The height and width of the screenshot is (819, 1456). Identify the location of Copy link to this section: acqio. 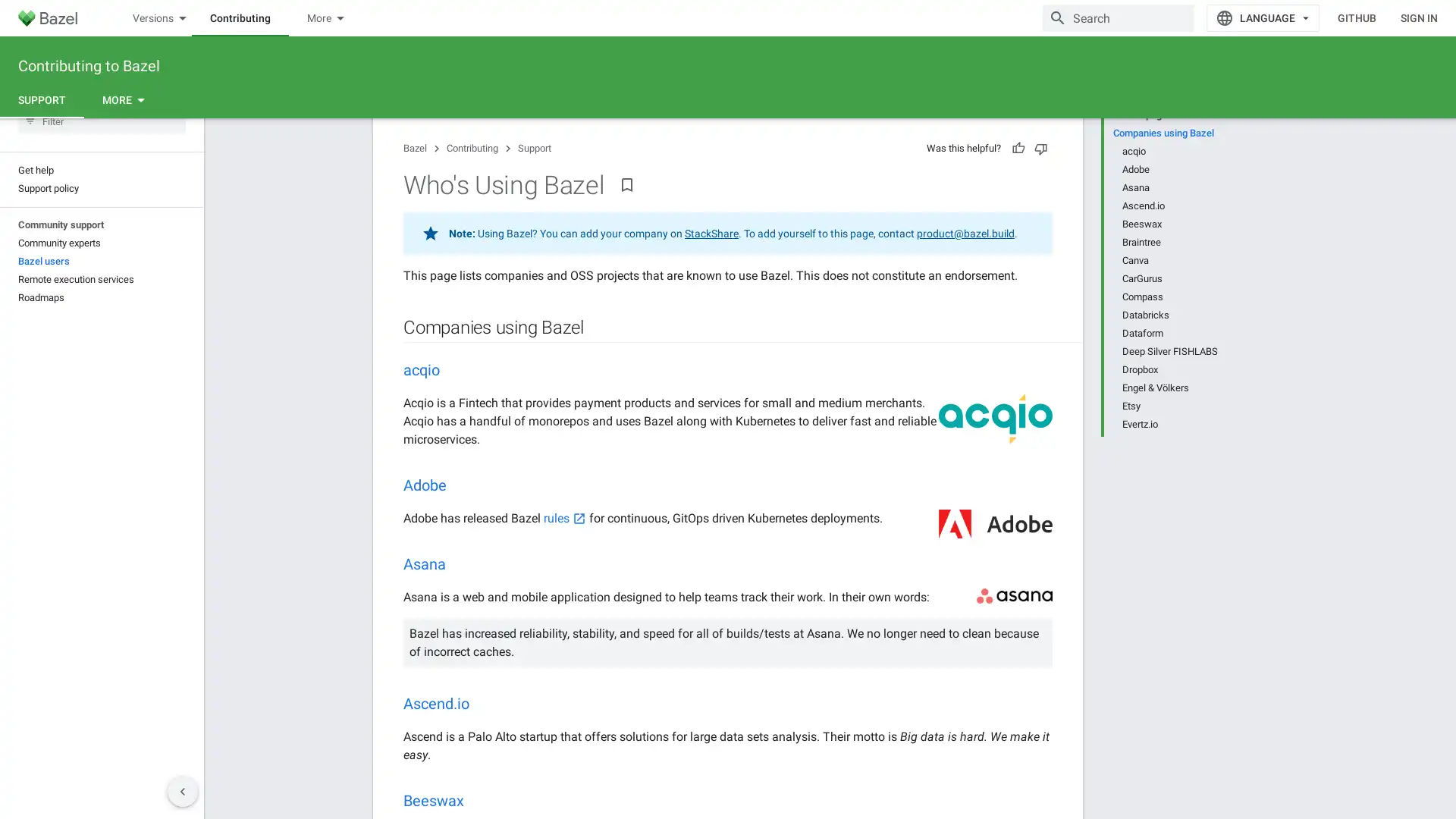
(454, 397).